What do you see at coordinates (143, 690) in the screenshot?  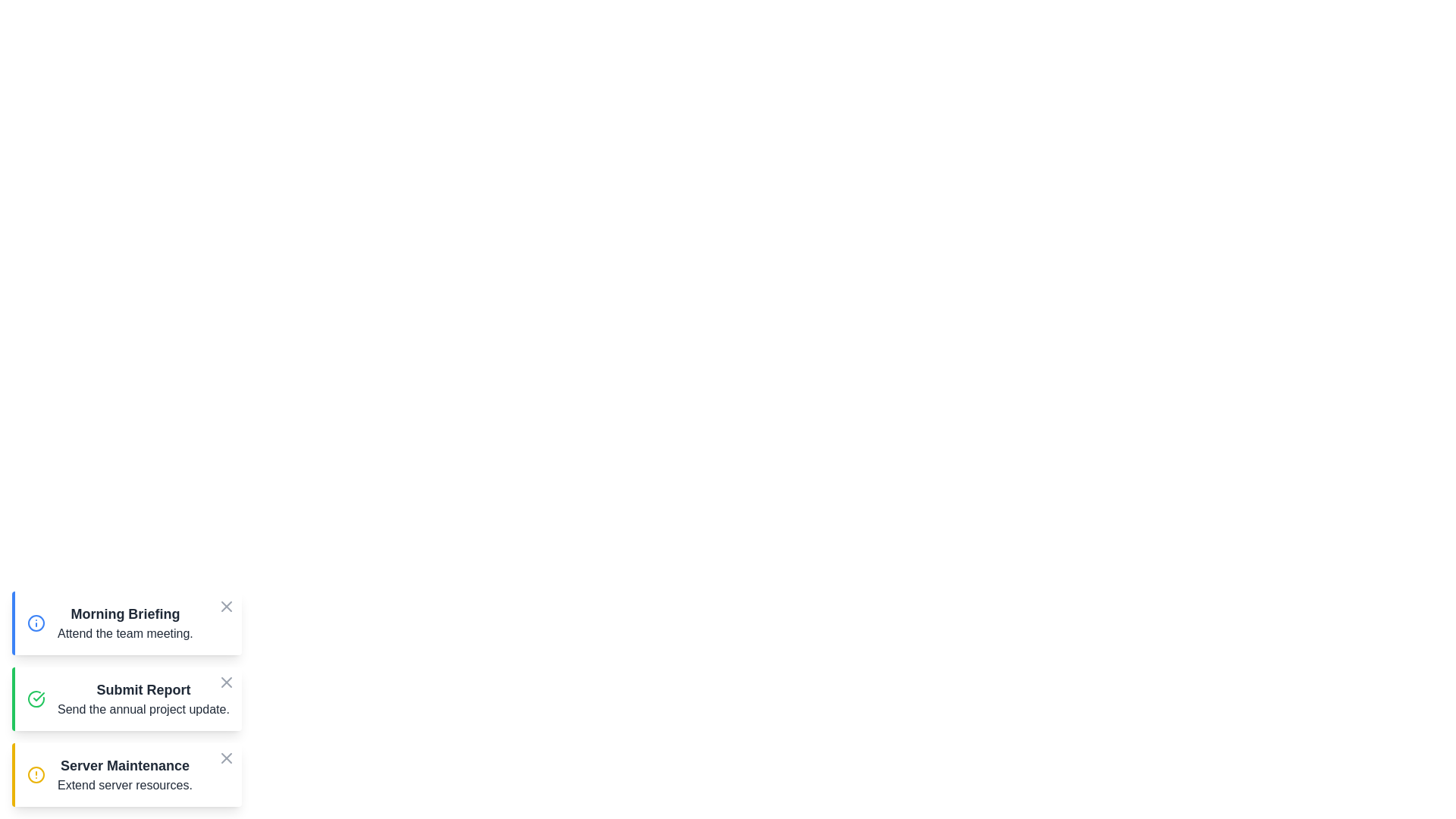 I see `the 'Submit Report' text label, which is styled in bold and large font and is the title of the second item in a vertical list` at bounding box center [143, 690].